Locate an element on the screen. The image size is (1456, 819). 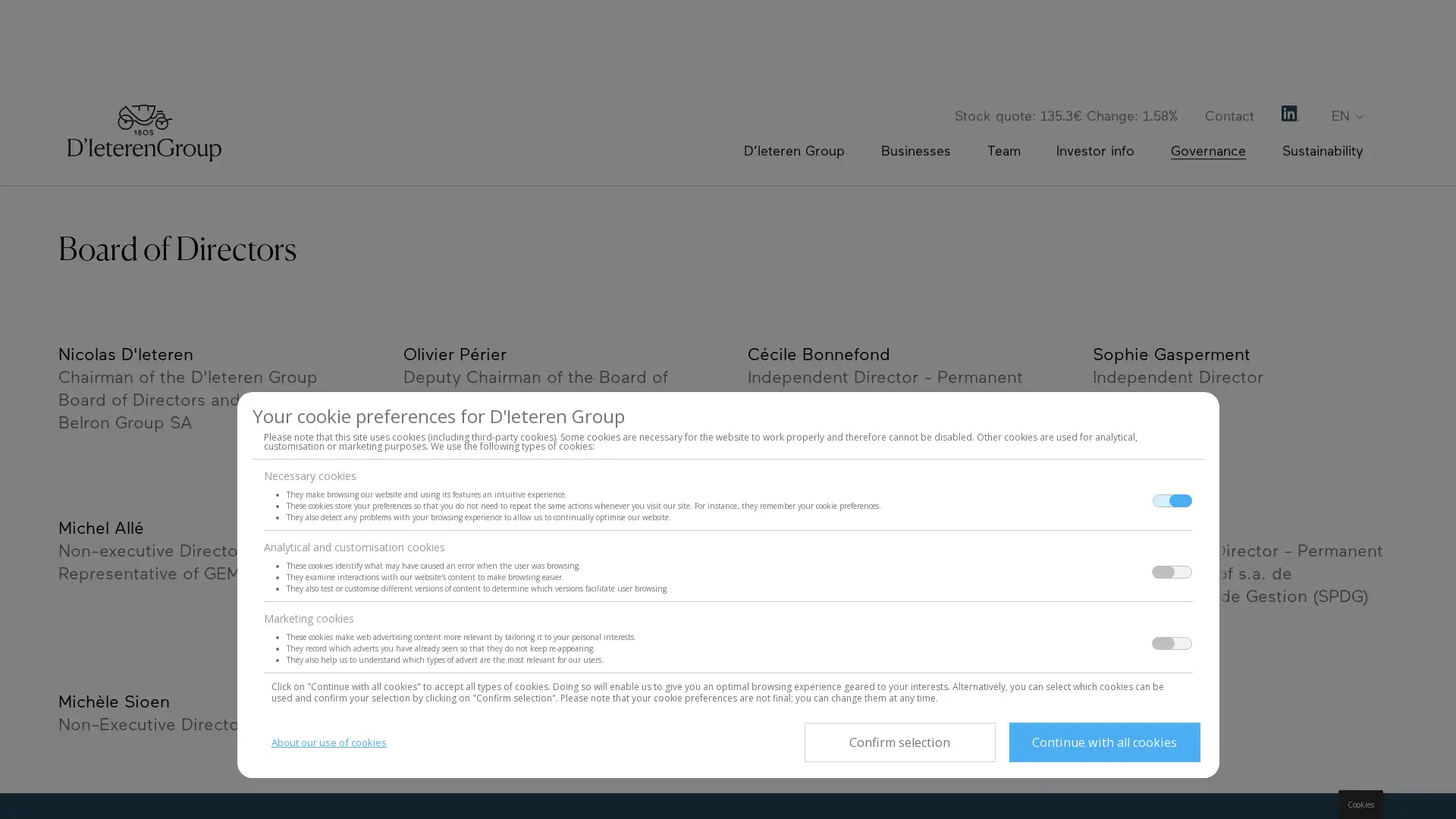
Save Consent Preferences is located at coordinates (899, 742).